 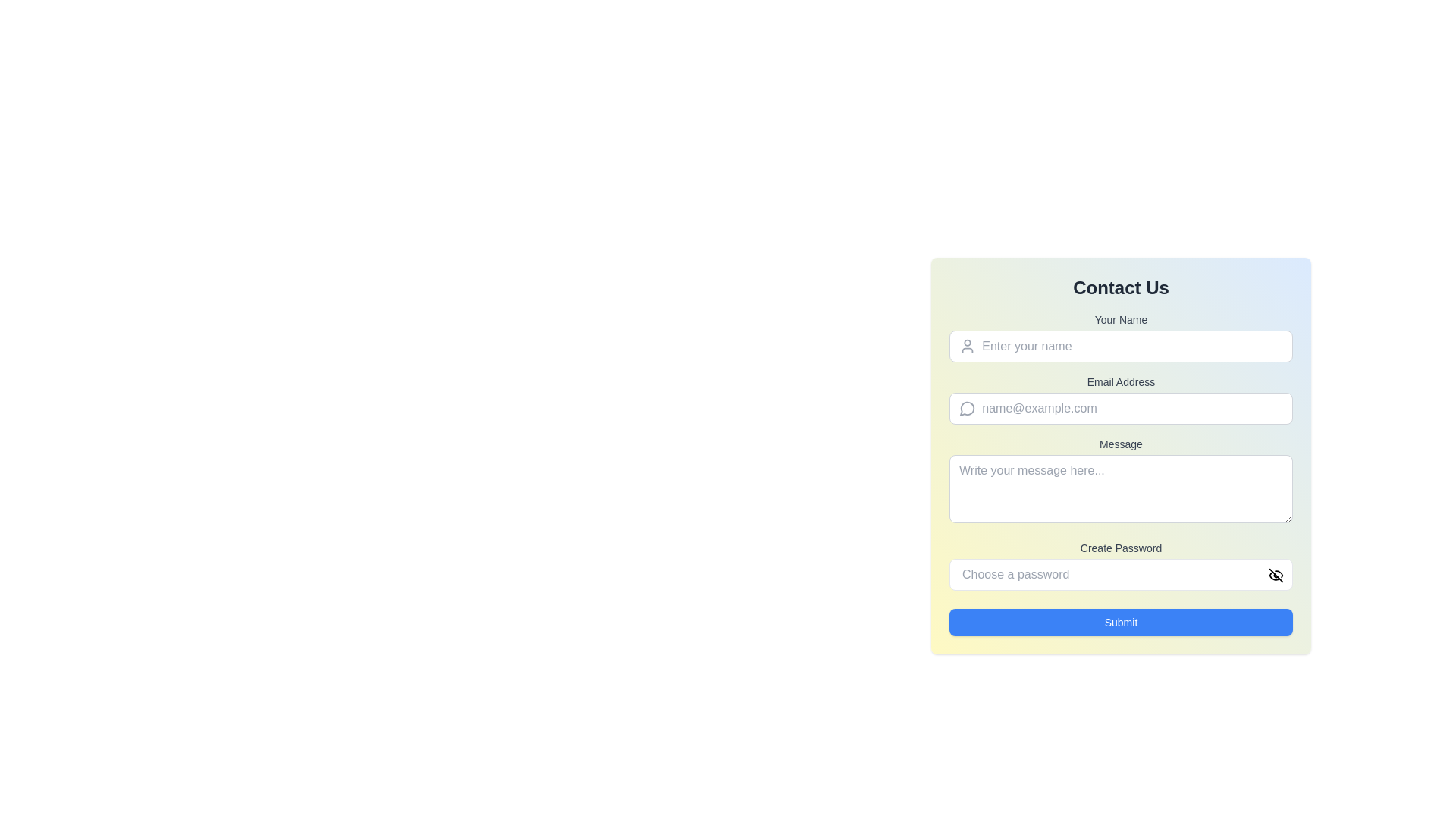 I want to click on the submit button located at the bottom of the form to change its background color, so click(x=1121, y=623).